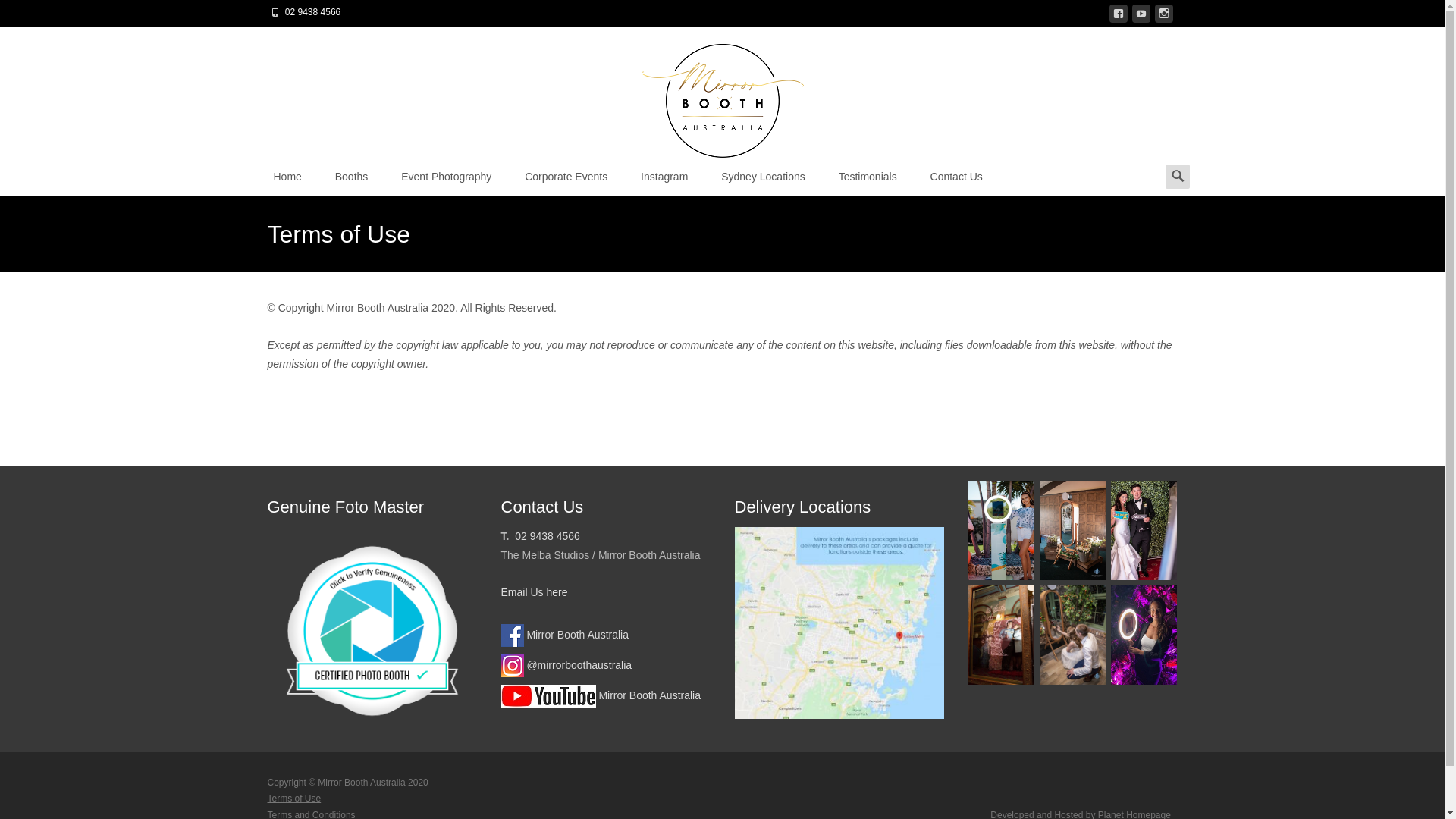  What do you see at coordinates (293, 798) in the screenshot?
I see `'Terms of Use'` at bounding box center [293, 798].